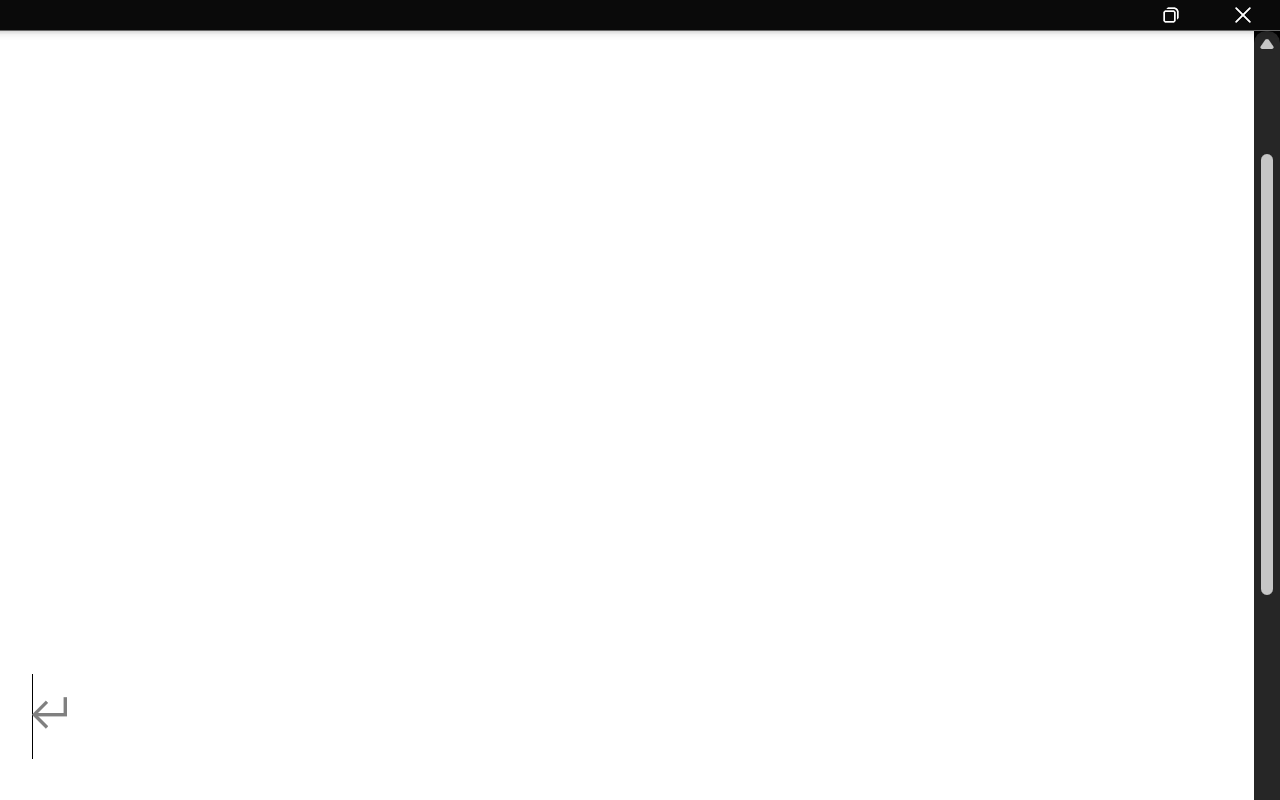 The width and height of the screenshot is (1280, 800). Describe the element at coordinates (1243, 15) in the screenshot. I see `'Close'` at that location.